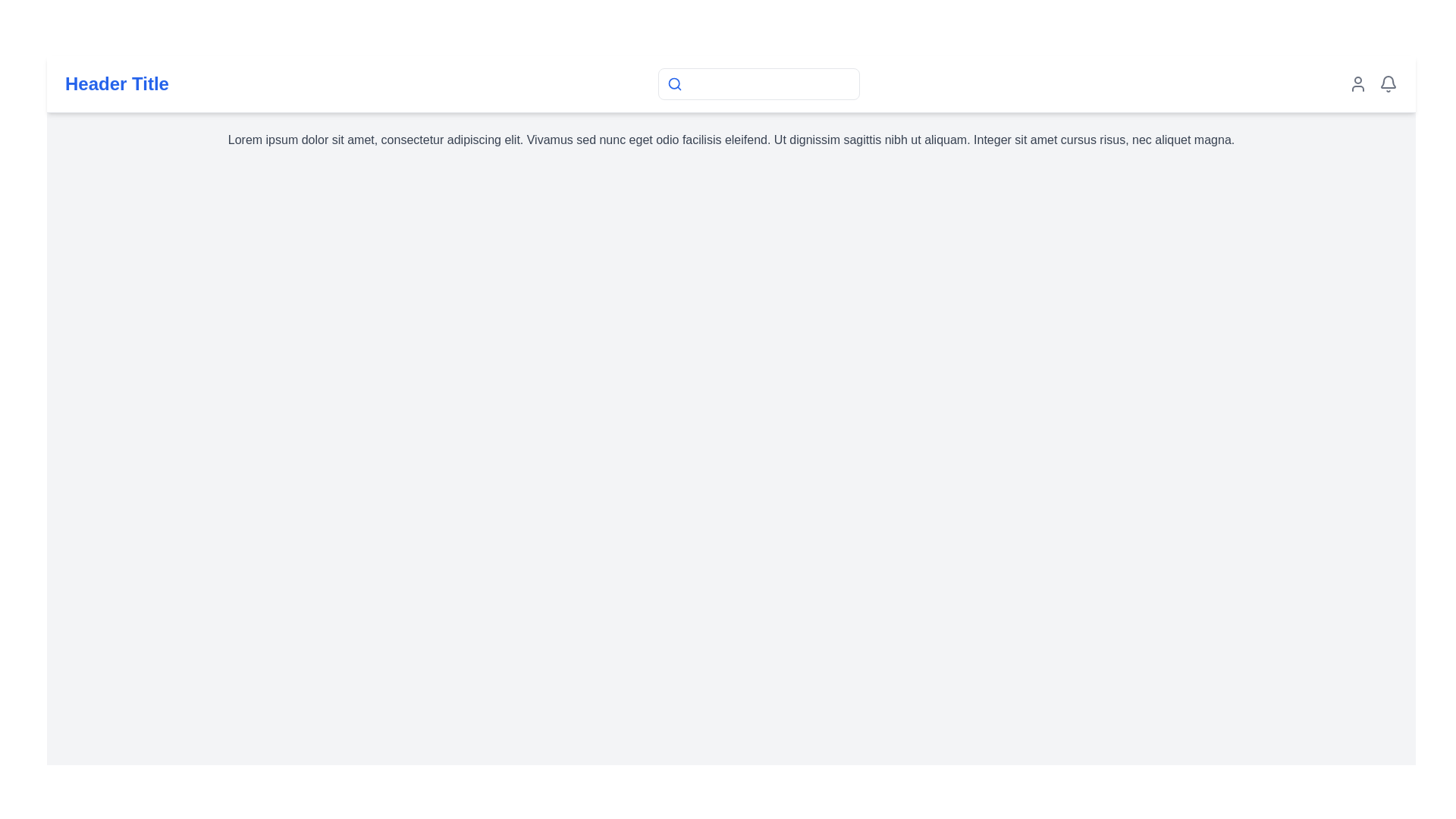 The height and width of the screenshot is (819, 1456). What do you see at coordinates (1388, 82) in the screenshot?
I see `the notification icon (bell) located at the top-right corner of the interface` at bounding box center [1388, 82].